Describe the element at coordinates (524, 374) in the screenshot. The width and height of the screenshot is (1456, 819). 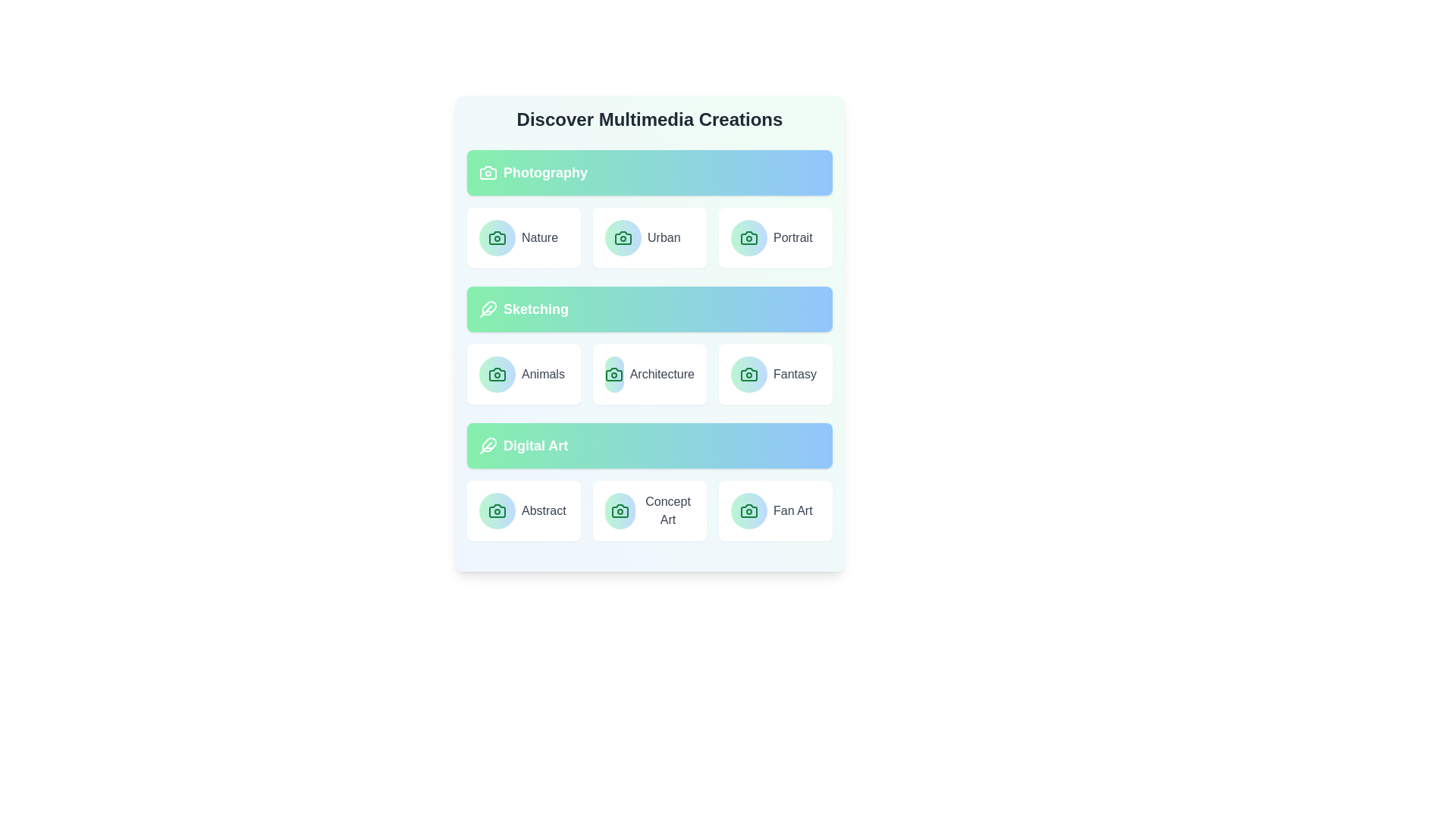
I see `the item labeled Animals` at that location.